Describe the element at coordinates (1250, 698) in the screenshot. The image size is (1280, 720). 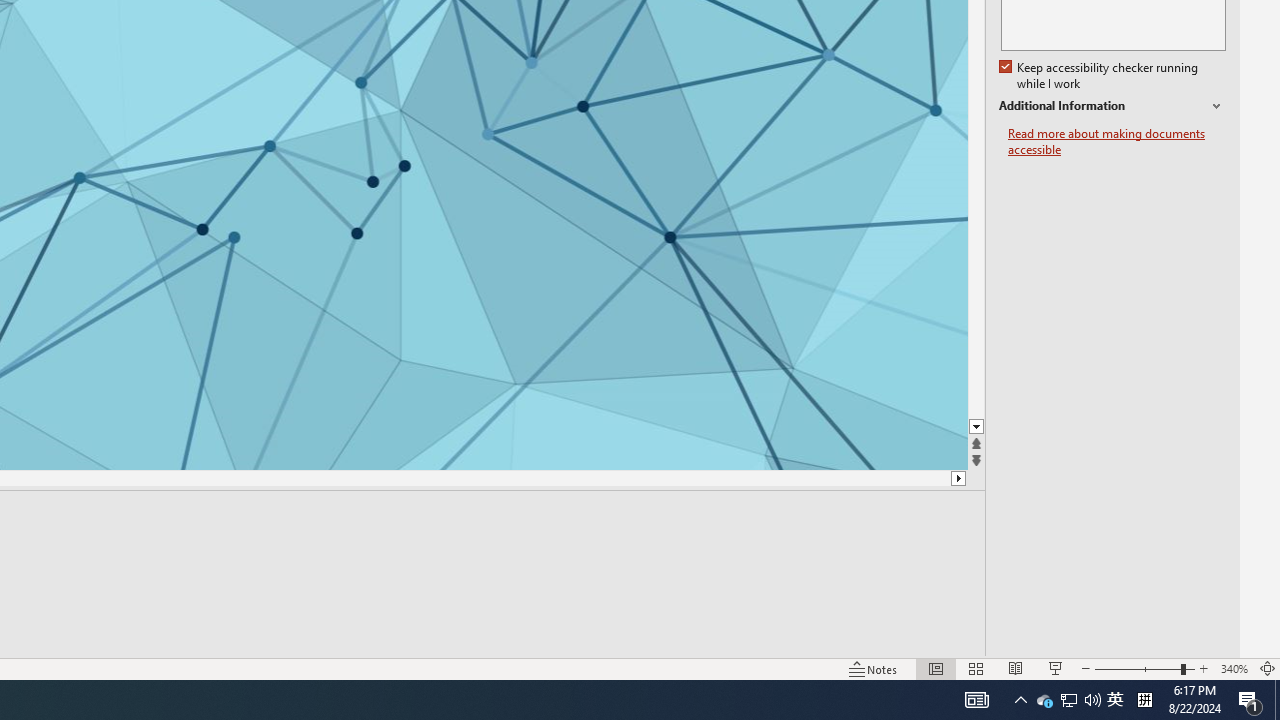
I see `'Action Center, 1 new notification'` at that location.